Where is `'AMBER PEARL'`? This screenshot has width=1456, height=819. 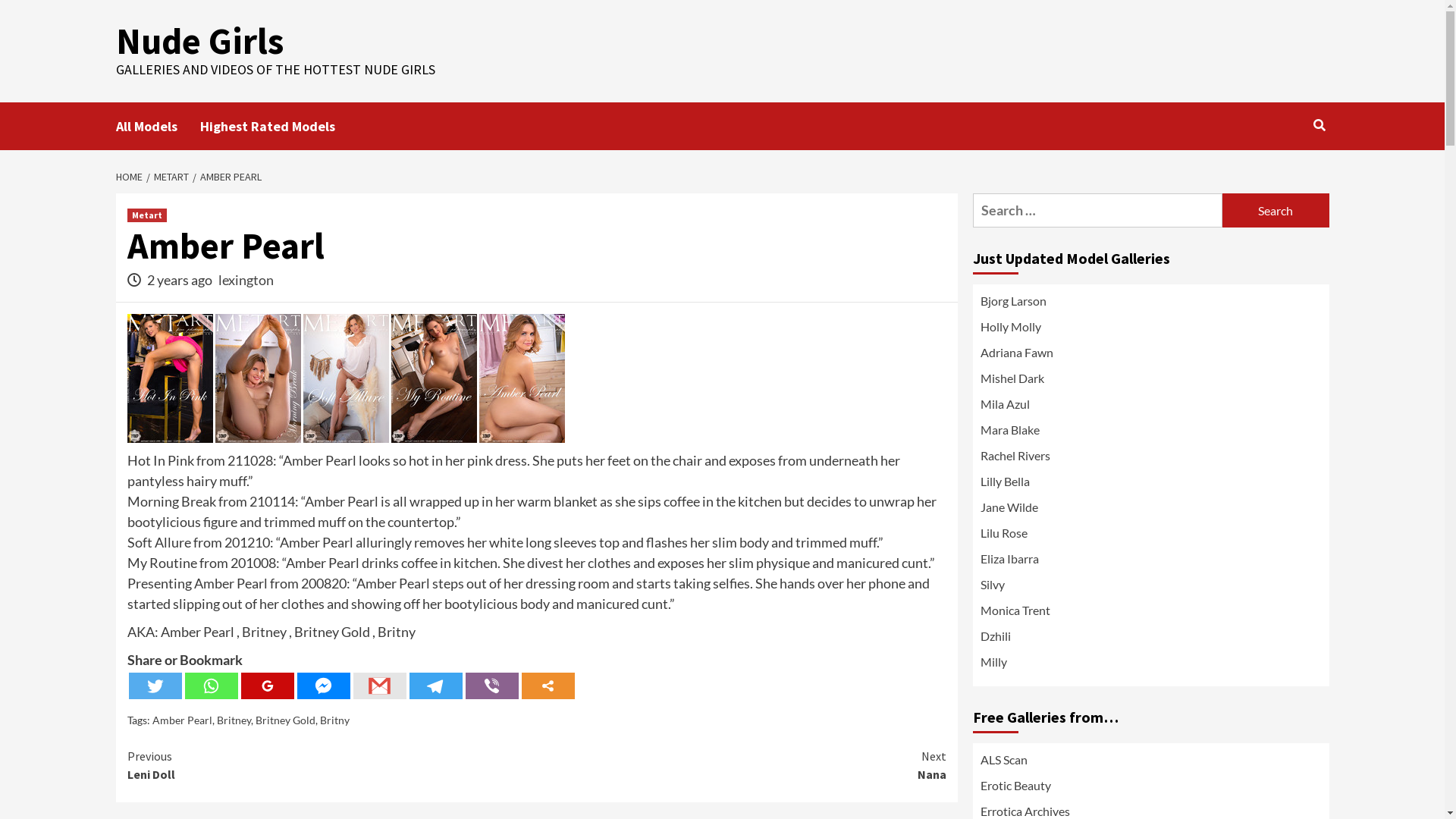 'AMBER PEARL' is located at coordinates (192, 175).